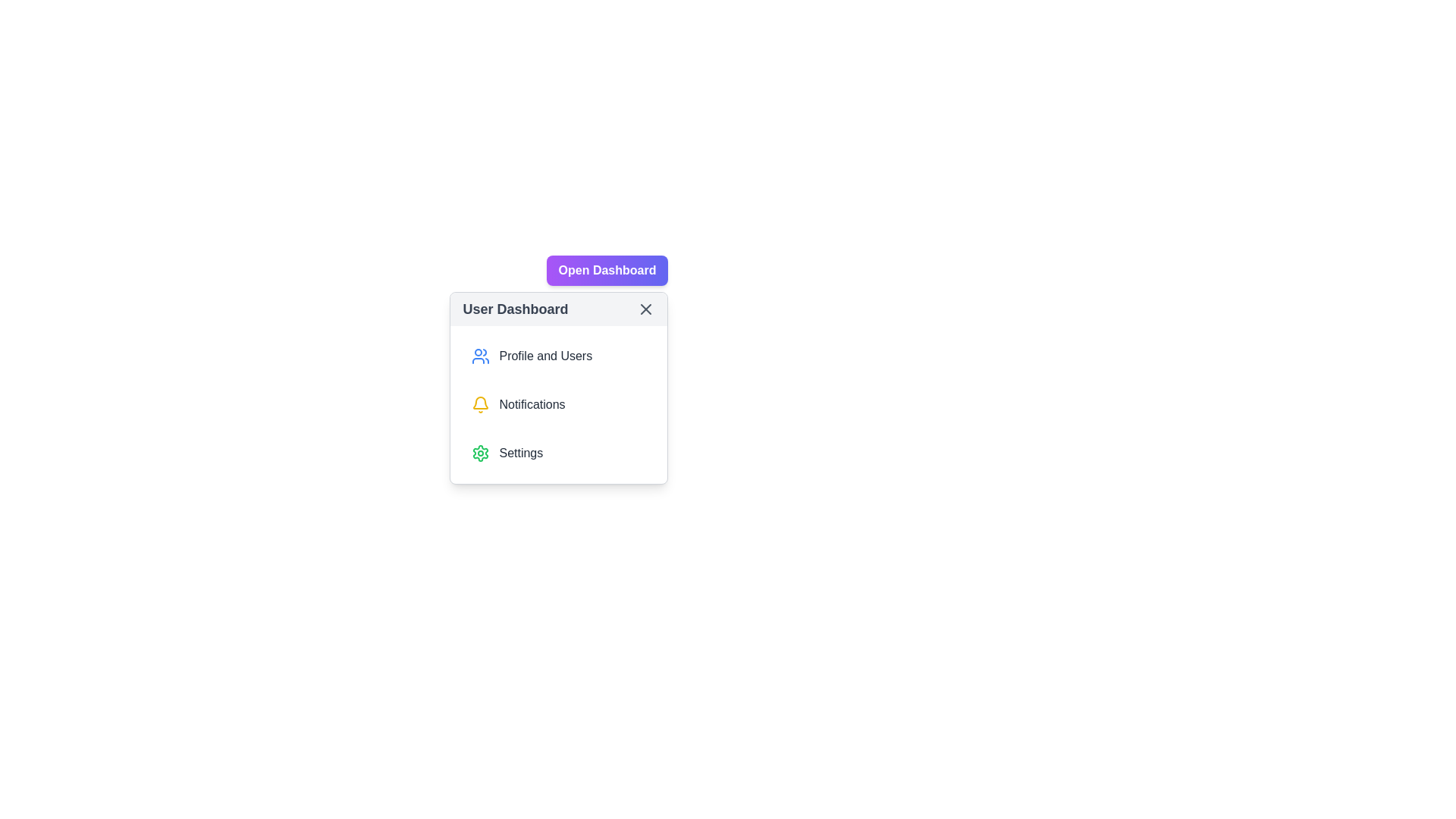  What do you see at coordinates (558, 403) in the screenshot?
I see `the Notifications menu item` at bounding box center [558, 403].